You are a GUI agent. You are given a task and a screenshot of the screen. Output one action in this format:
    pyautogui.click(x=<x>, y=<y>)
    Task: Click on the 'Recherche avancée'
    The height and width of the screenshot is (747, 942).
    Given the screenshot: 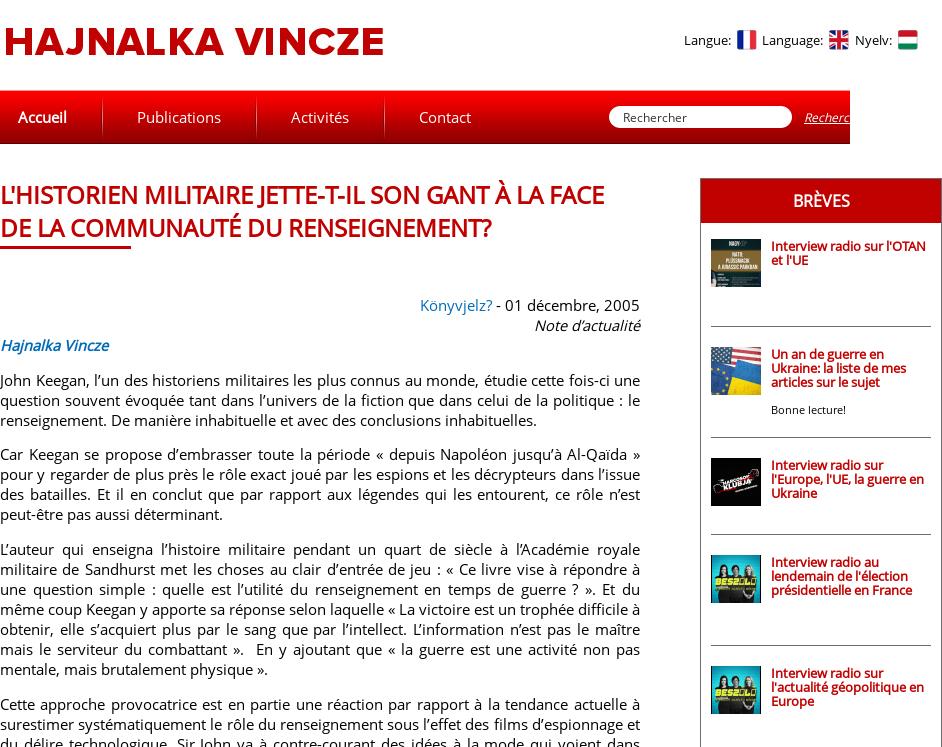 What is the action you would take?
    pyautogui.click(x=858, y=116)
    